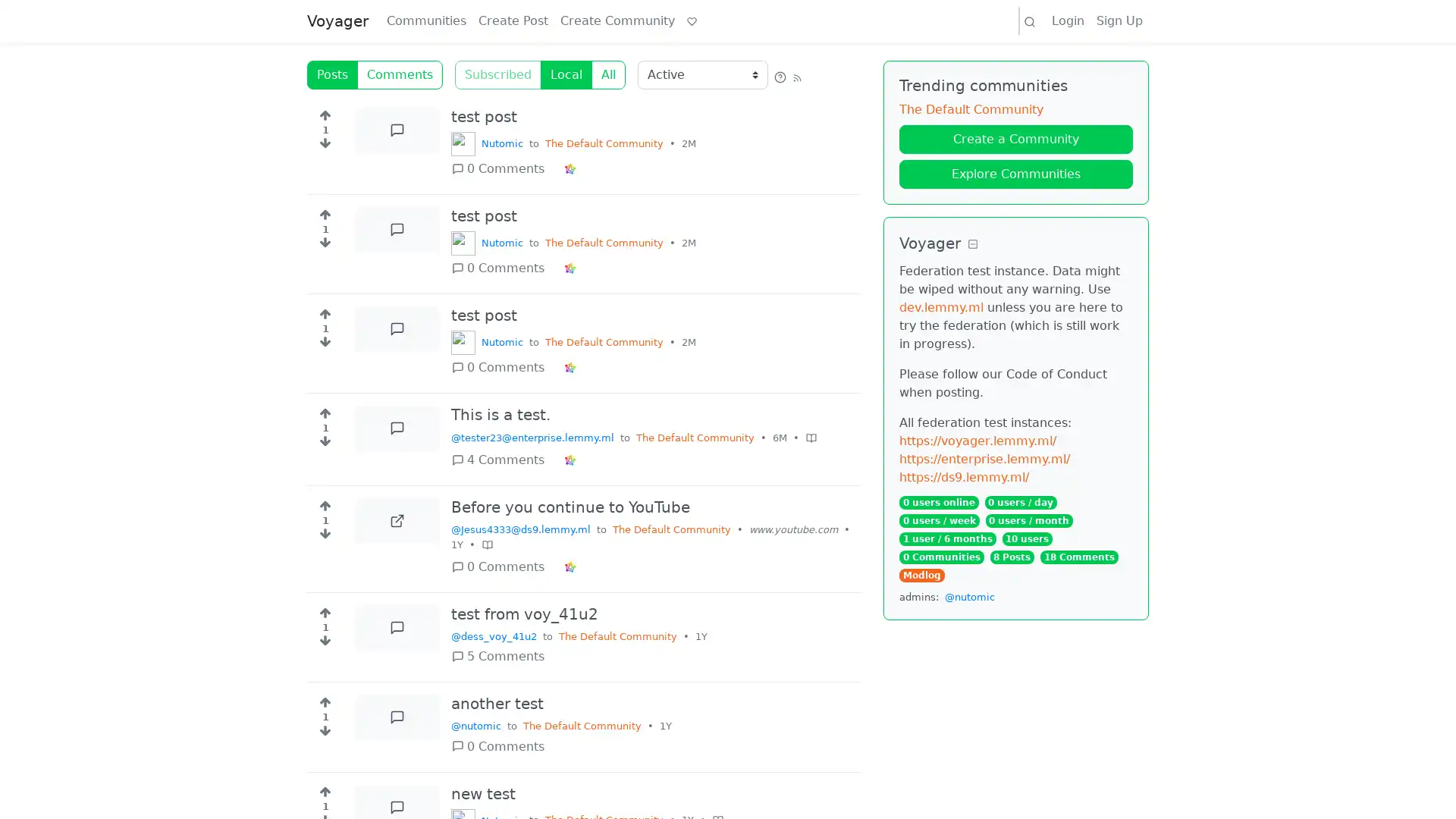 This screenshot has height=819, width=1456. Describe the element at coordinates (324, 146) in the screenshot. I see `Downvote` at that location.